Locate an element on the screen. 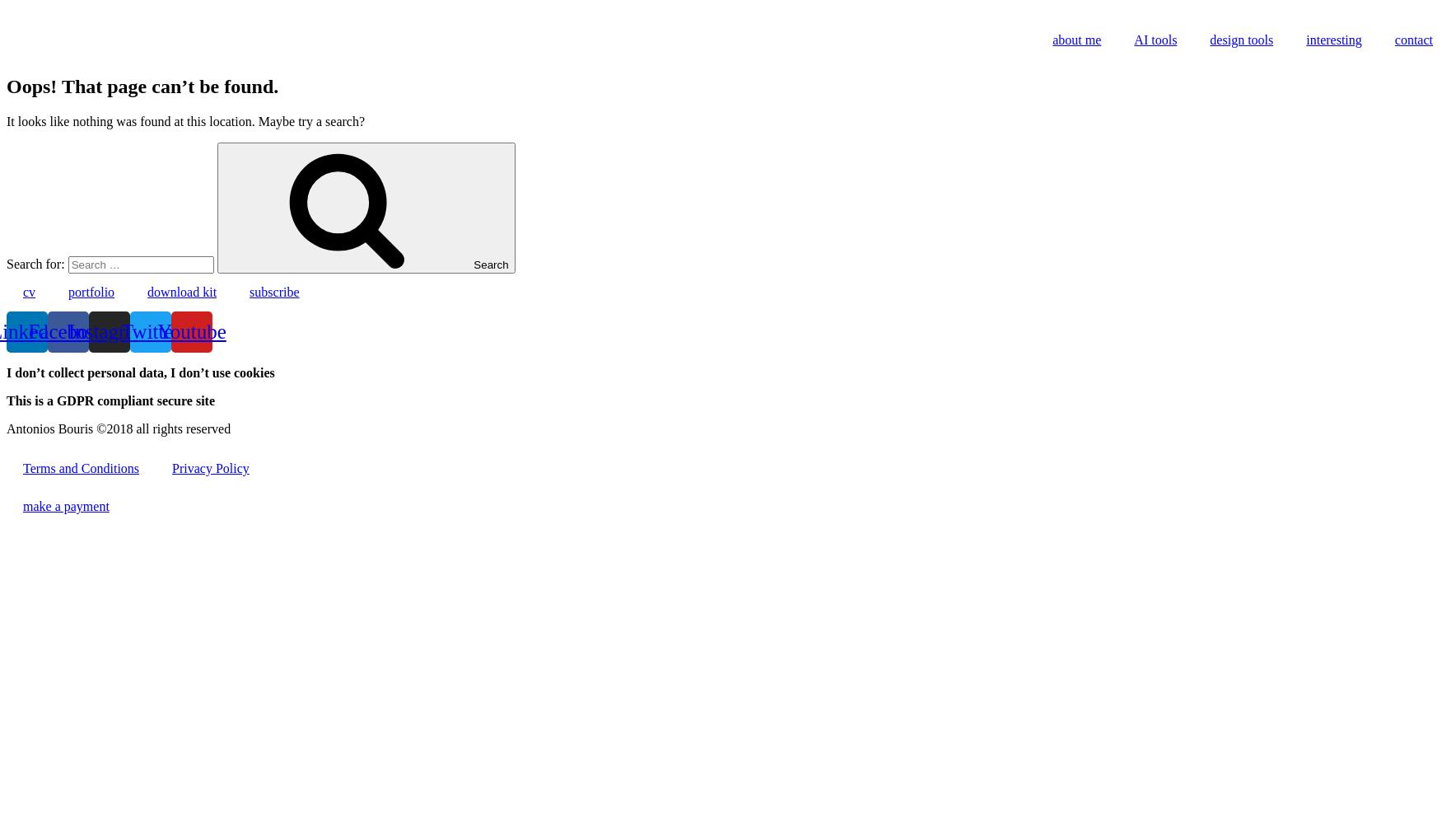  'This is a GDPR compliant secure site' is located at coordinates (110, 399).